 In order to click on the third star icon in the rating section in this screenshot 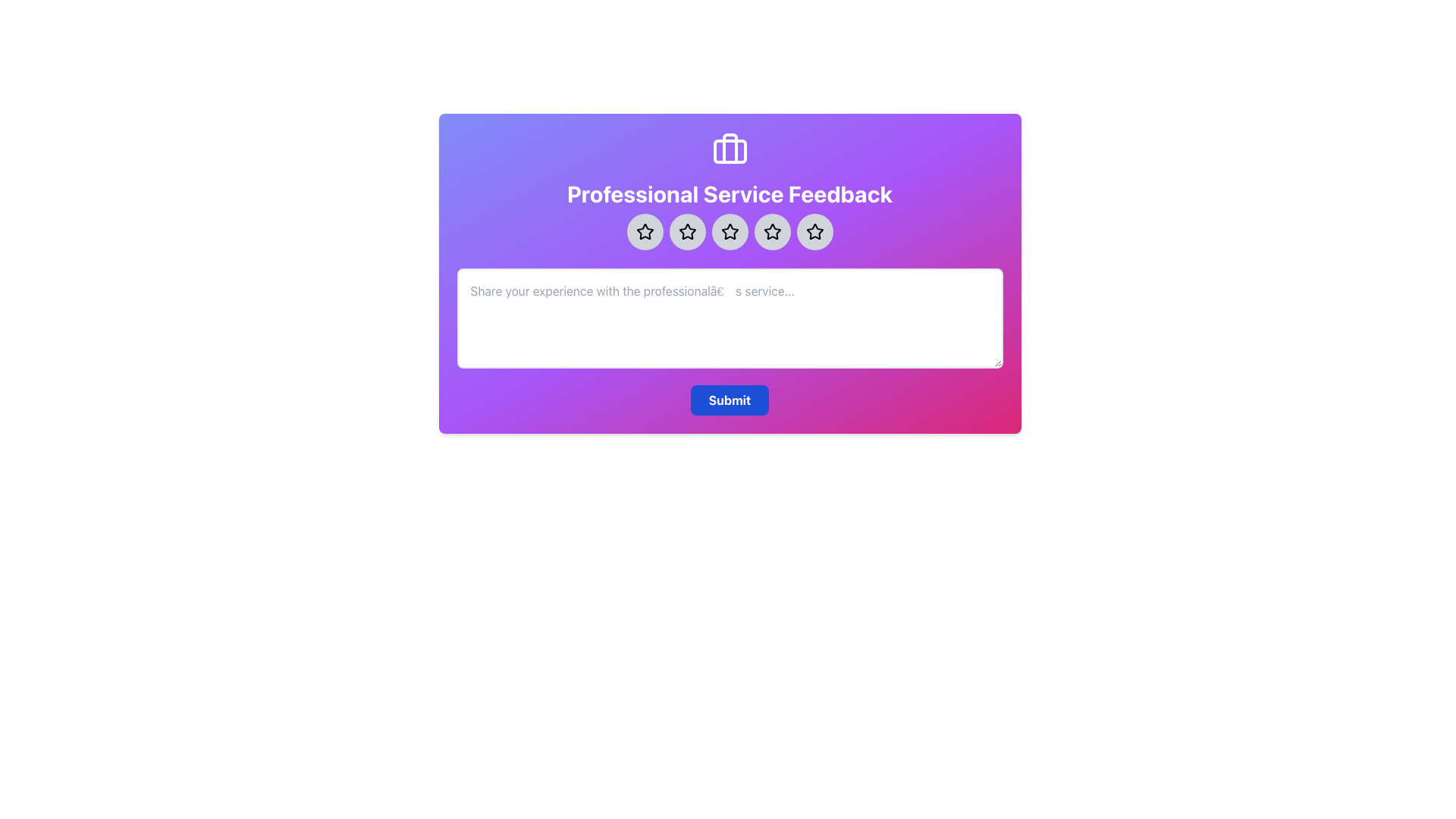, I will do `click(730, 231)`.